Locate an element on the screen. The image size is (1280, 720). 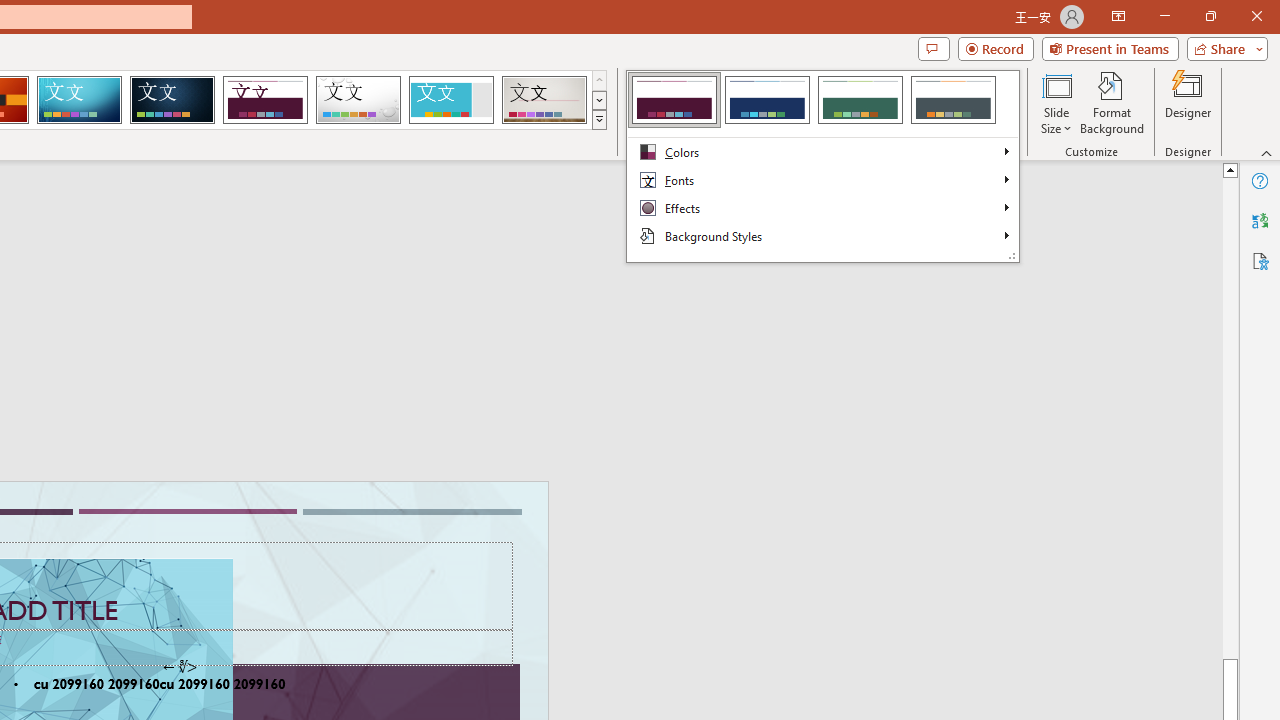
'Translator' is located at coordinates (1259, 221).